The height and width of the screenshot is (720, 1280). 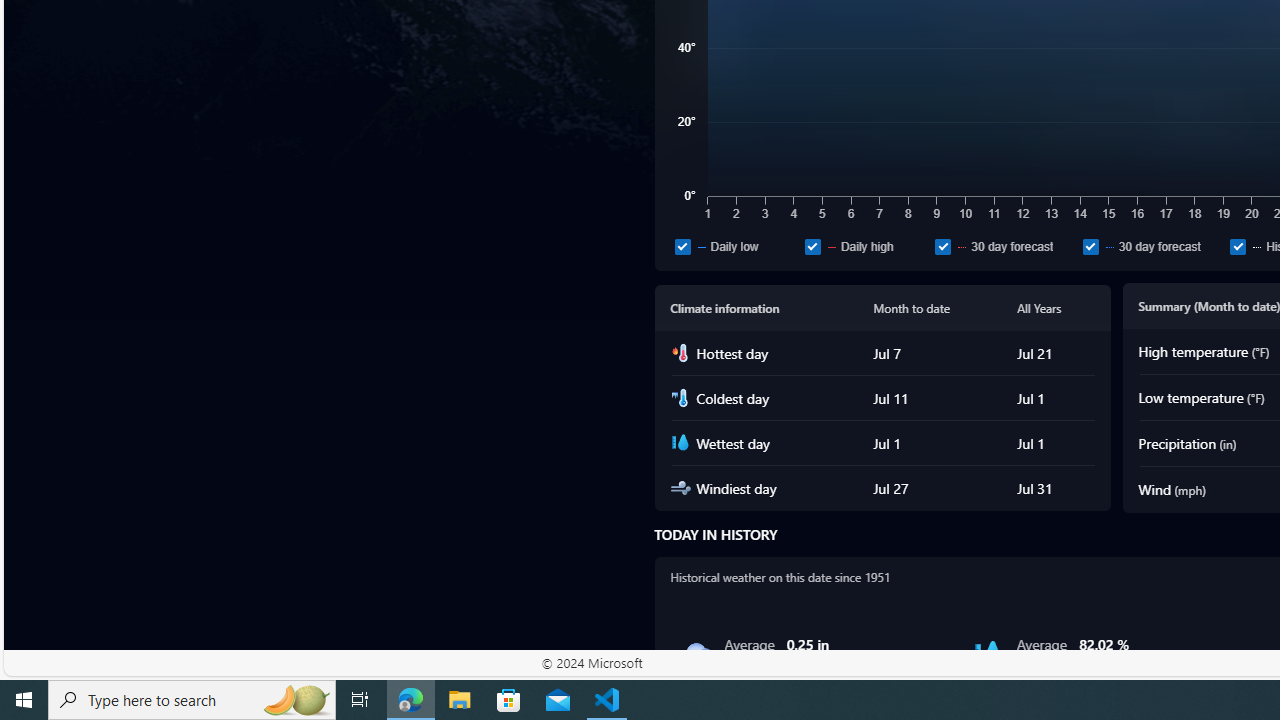 What do you see at coordinates (735, 245) in the screenshot?
I see `'Daily low'` at bounding box center [735, 245].